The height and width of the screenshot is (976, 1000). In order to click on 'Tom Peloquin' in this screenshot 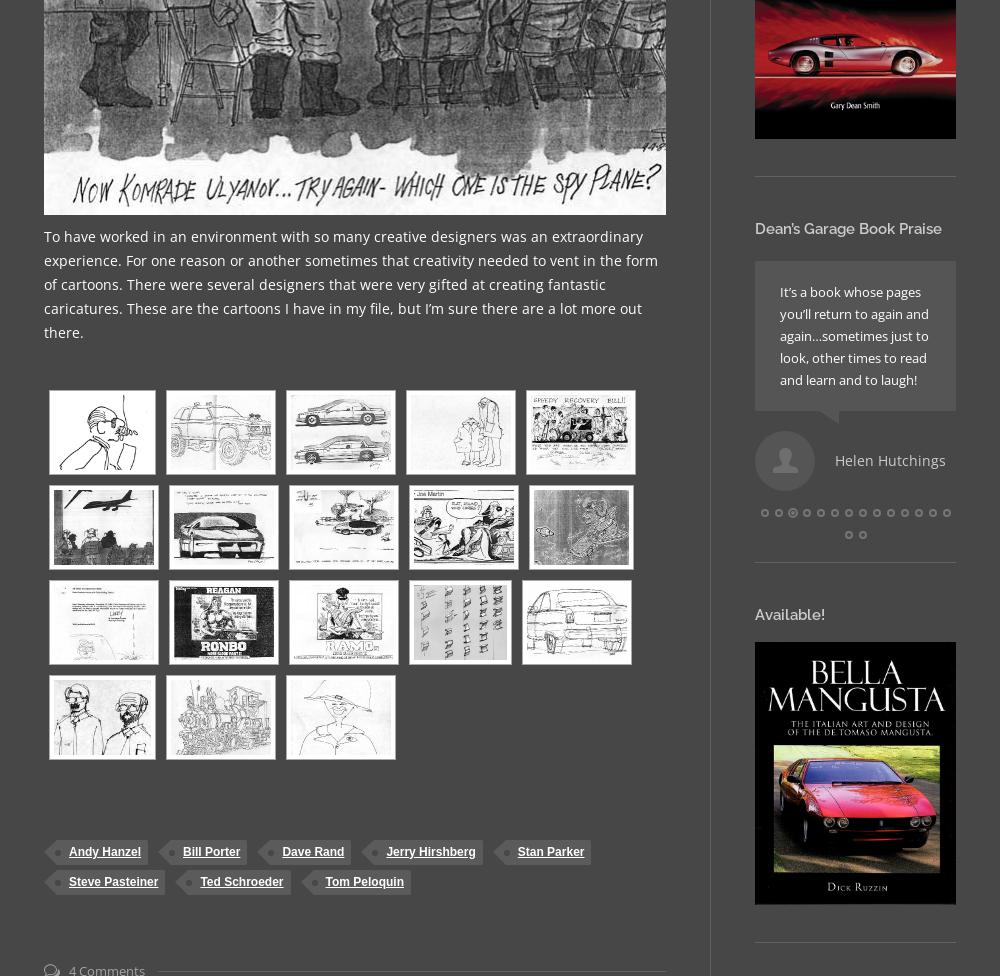, I will do `click(363, 881)`.